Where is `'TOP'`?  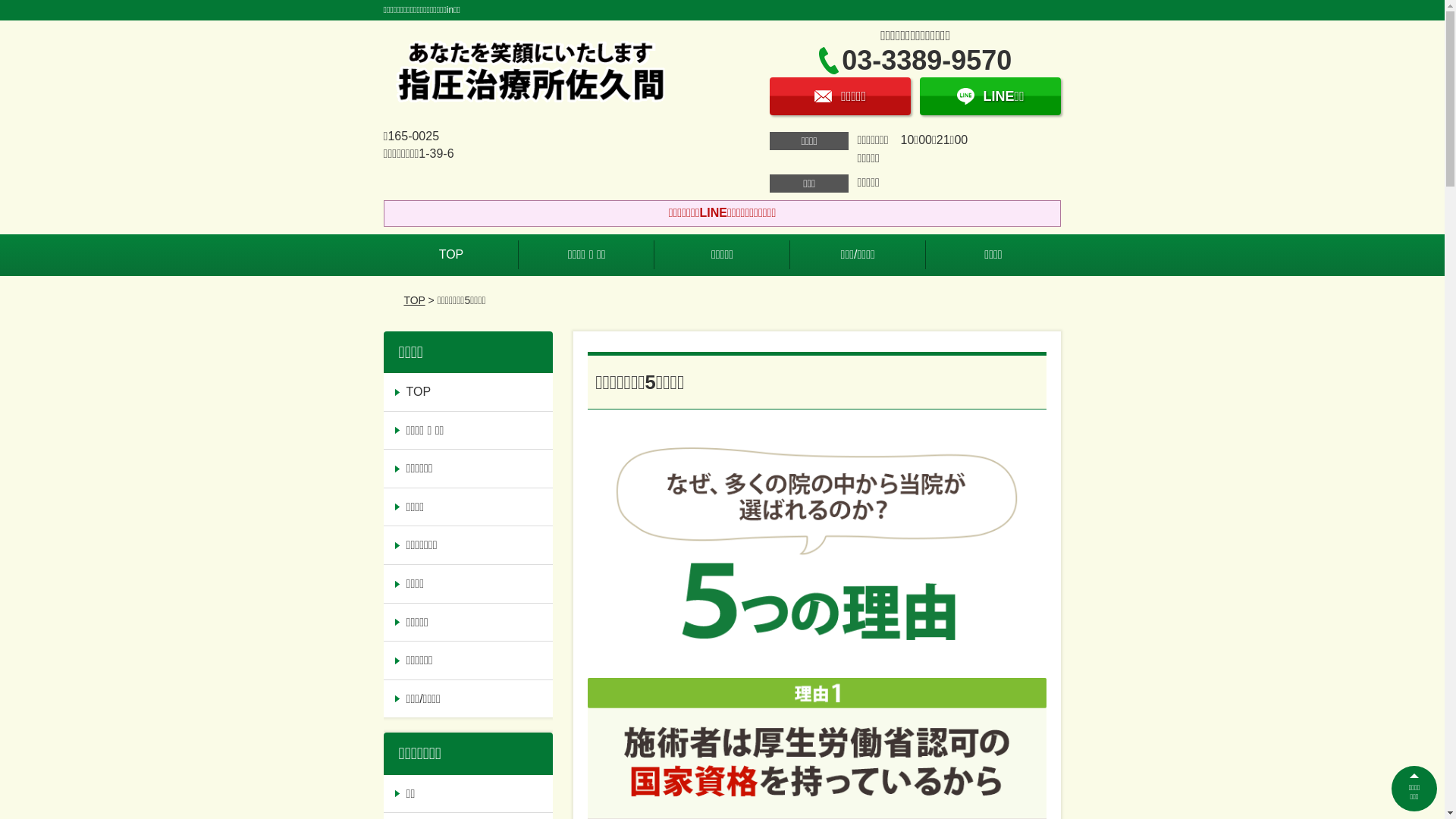 'TOP' is located at coordinates (467, 391).